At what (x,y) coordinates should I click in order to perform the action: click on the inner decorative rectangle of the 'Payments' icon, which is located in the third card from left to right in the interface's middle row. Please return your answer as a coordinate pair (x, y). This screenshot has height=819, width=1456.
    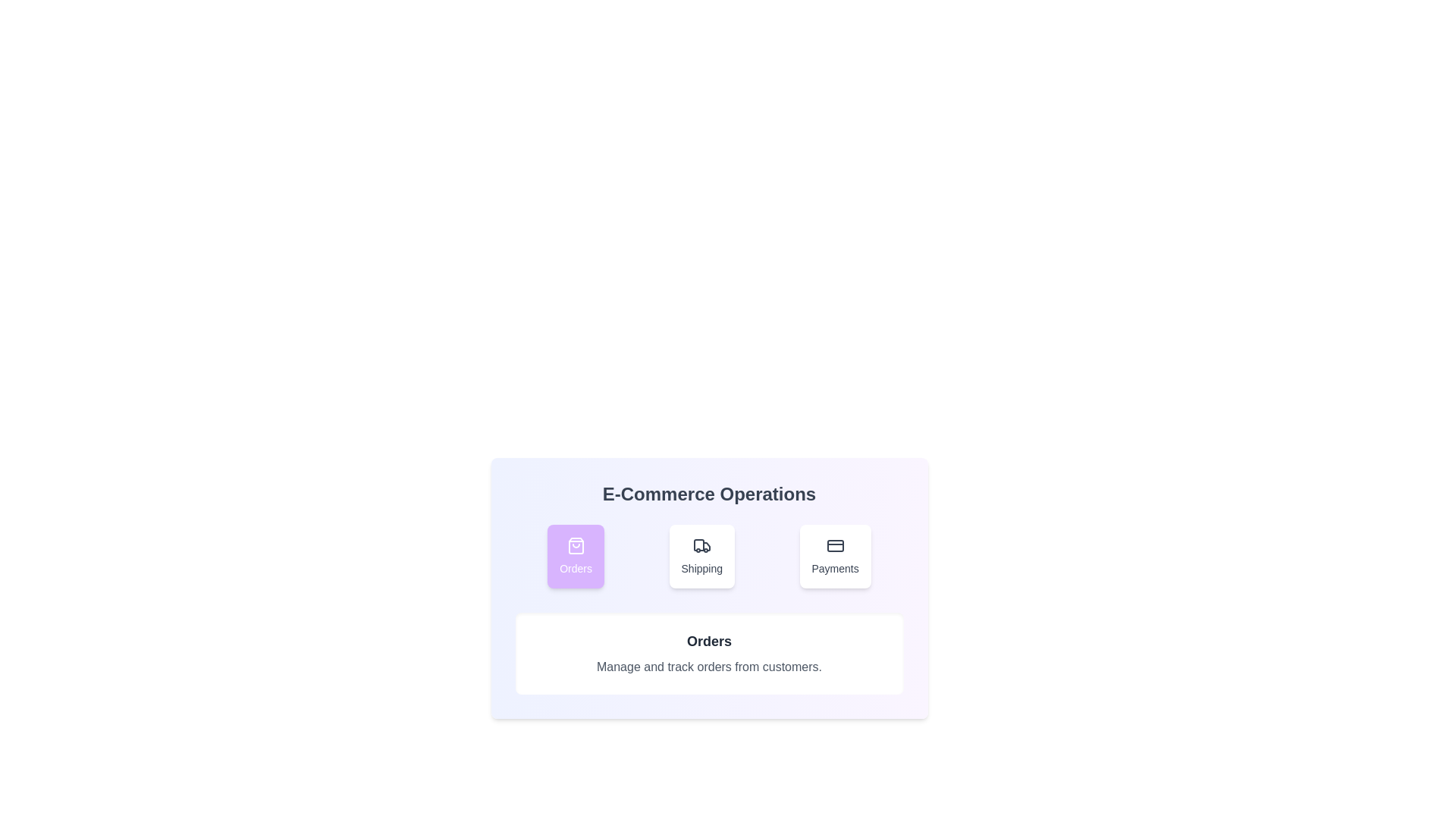
    Looking at the image, I should click on (834, 546).